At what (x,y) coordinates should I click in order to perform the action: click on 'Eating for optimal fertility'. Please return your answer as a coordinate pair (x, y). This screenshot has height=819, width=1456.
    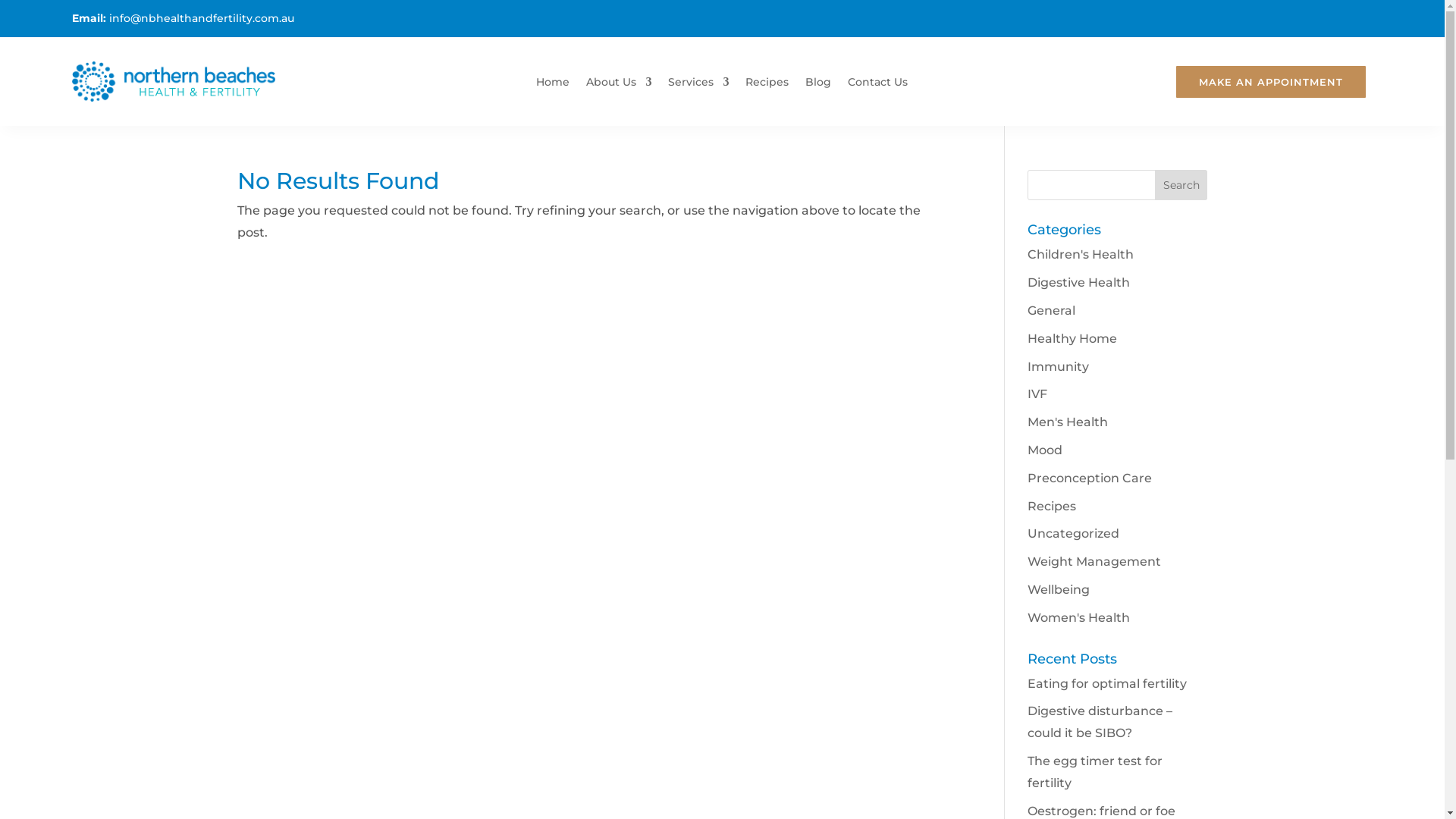
    Looking at the image, I should click on (1106, 683).